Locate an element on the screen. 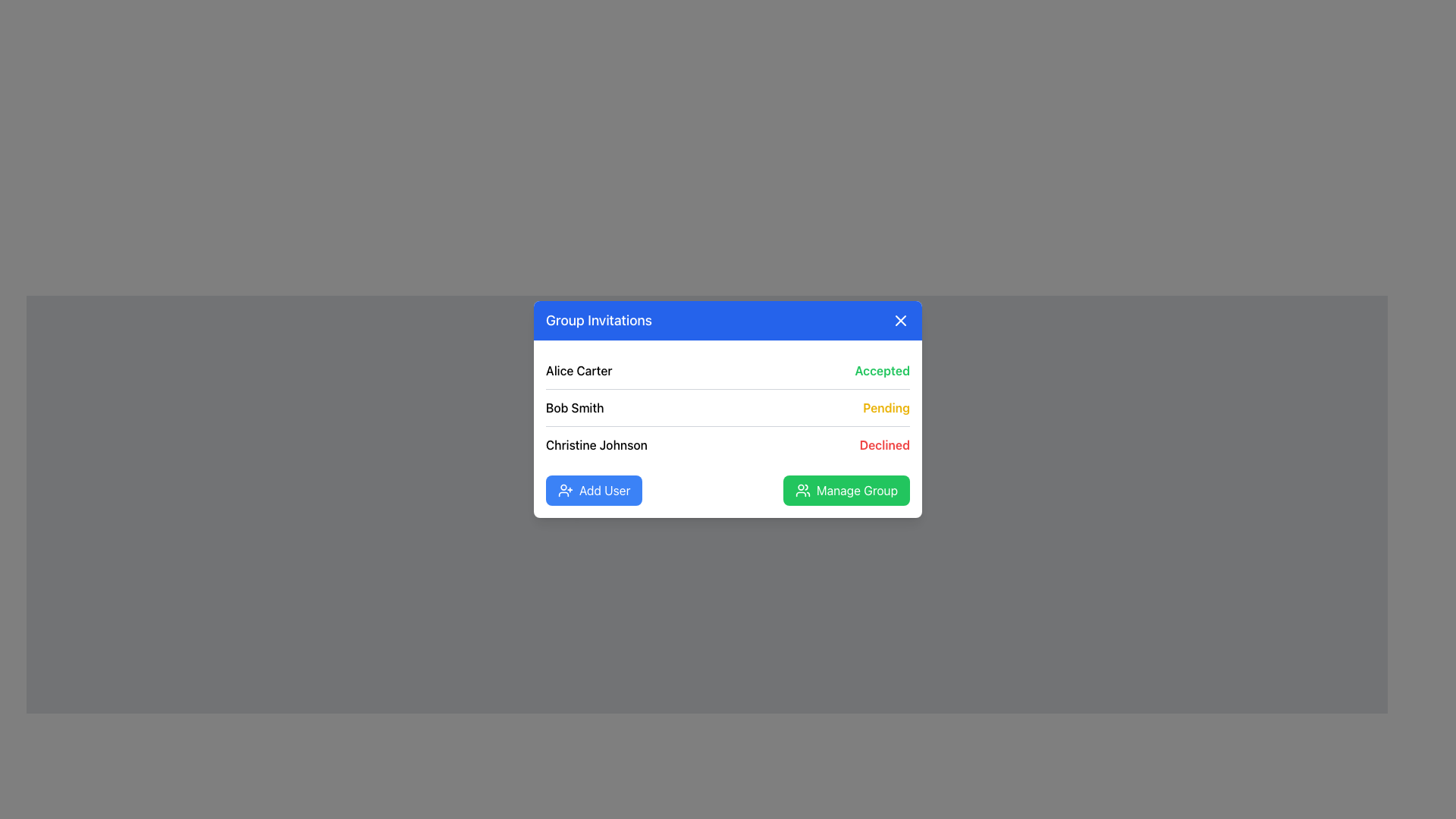 The image size is (1456, 819). the text label 'Christine Johnson' in the group invitations list to identify the person with the status 'Declined' is located at coordinates (596, 444).